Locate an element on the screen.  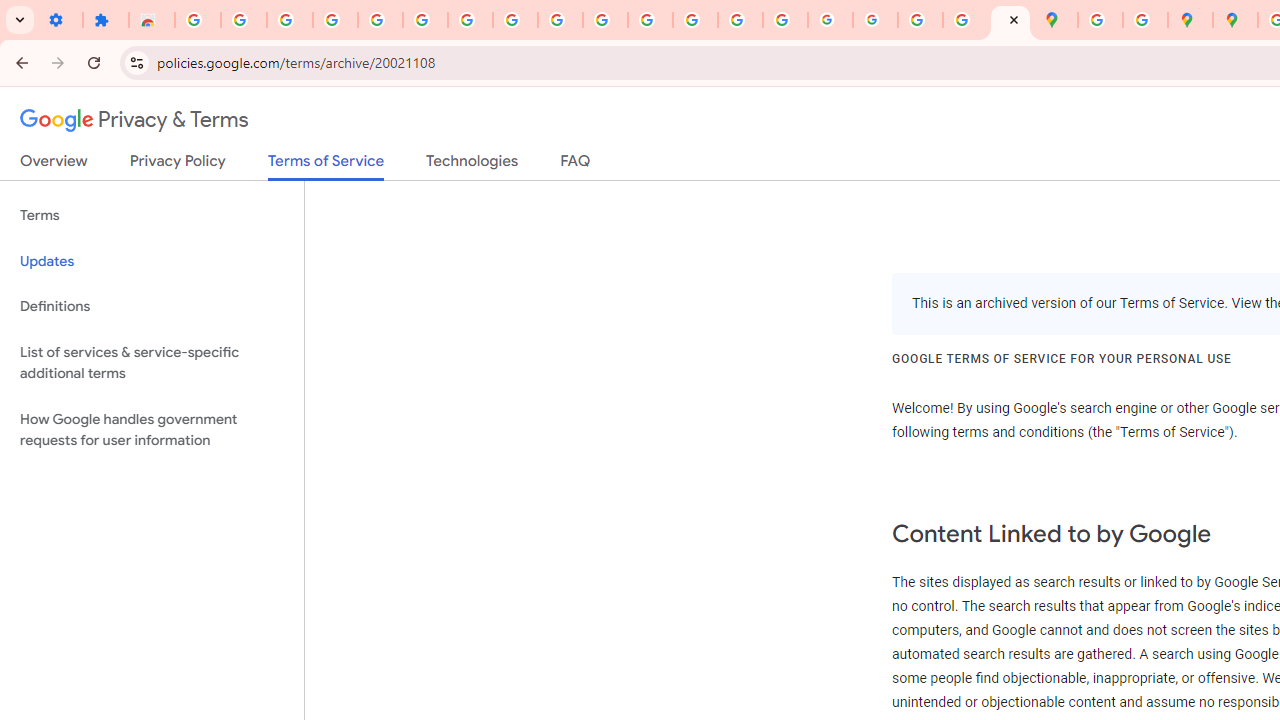
'Extensions' is located at coordinates (105, 20).